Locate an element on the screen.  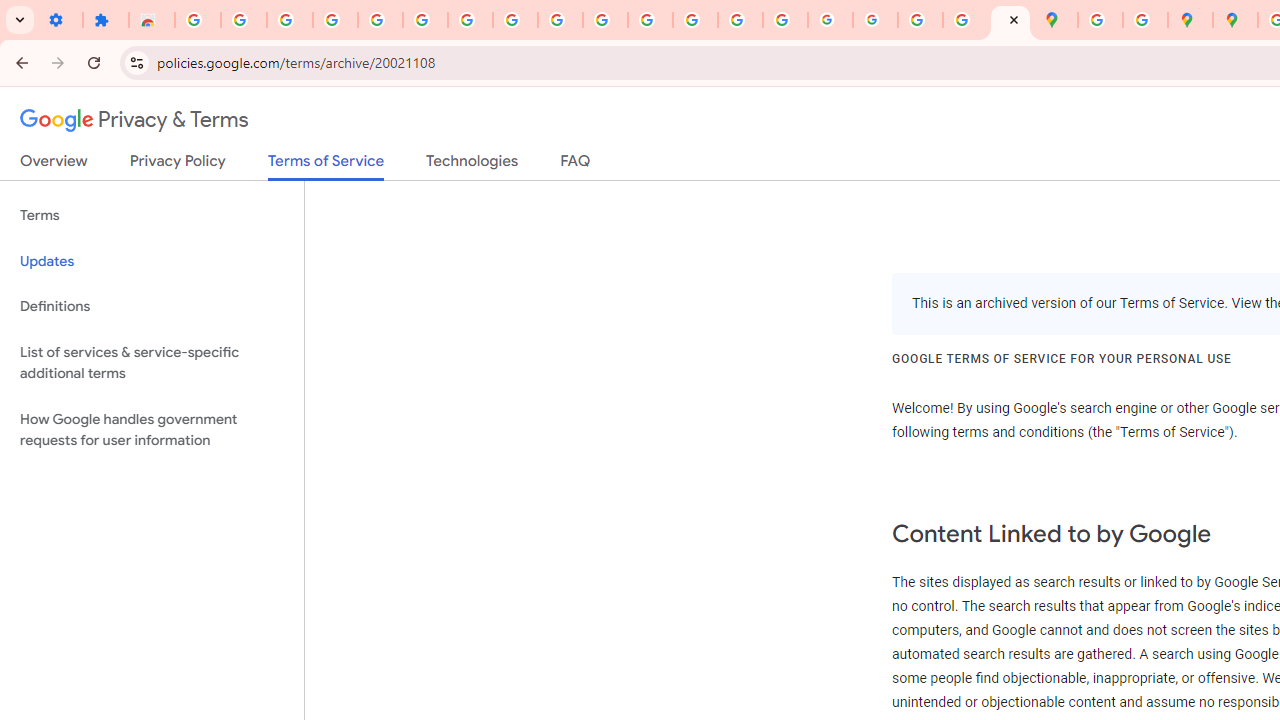
'Extensions' is located at coordinates (105, 20).